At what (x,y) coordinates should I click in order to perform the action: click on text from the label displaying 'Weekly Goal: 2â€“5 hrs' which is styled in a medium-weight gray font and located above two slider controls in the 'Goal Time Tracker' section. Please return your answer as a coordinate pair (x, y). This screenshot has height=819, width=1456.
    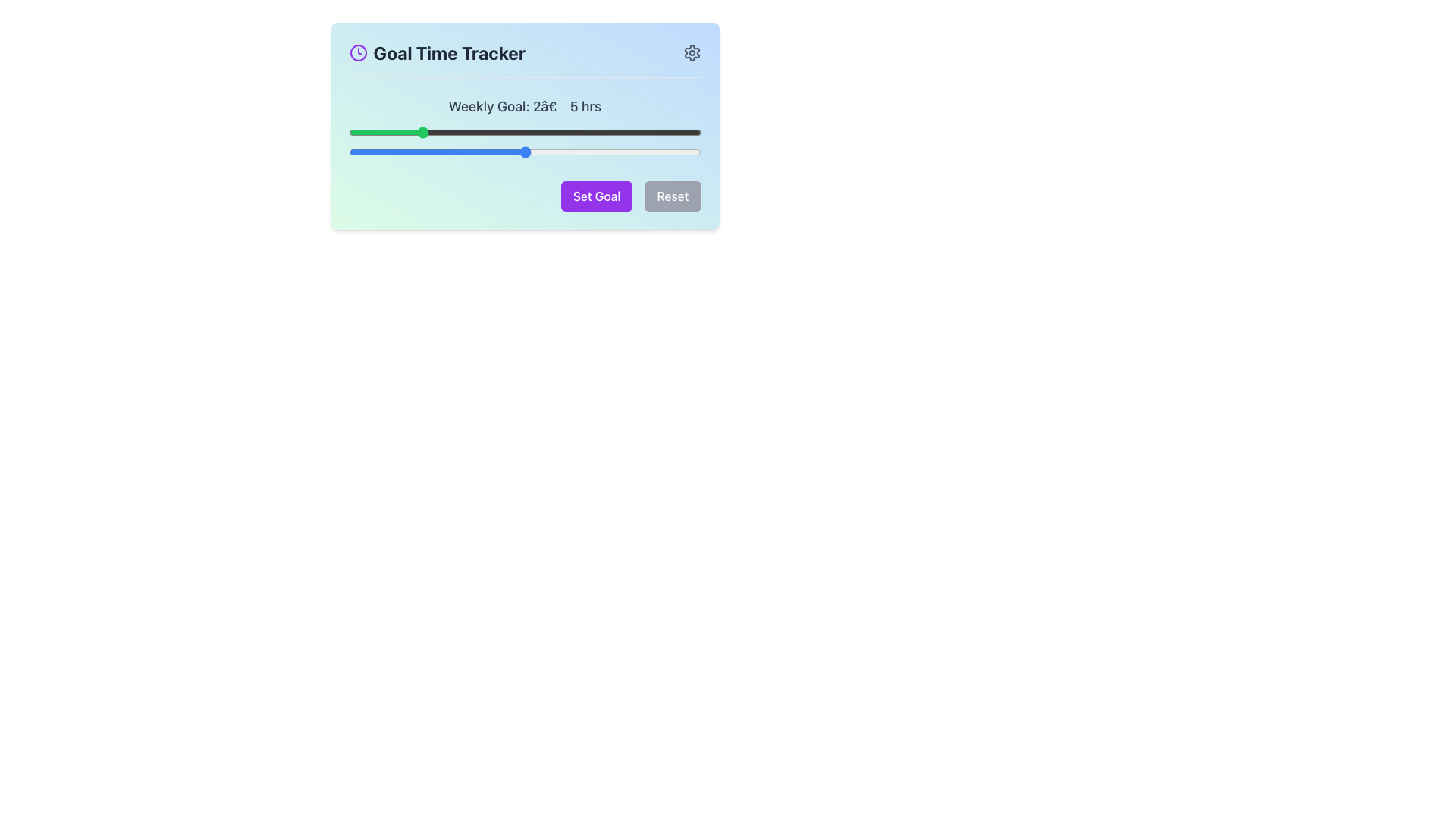
    Looking at the image, I should click on (525, 128).